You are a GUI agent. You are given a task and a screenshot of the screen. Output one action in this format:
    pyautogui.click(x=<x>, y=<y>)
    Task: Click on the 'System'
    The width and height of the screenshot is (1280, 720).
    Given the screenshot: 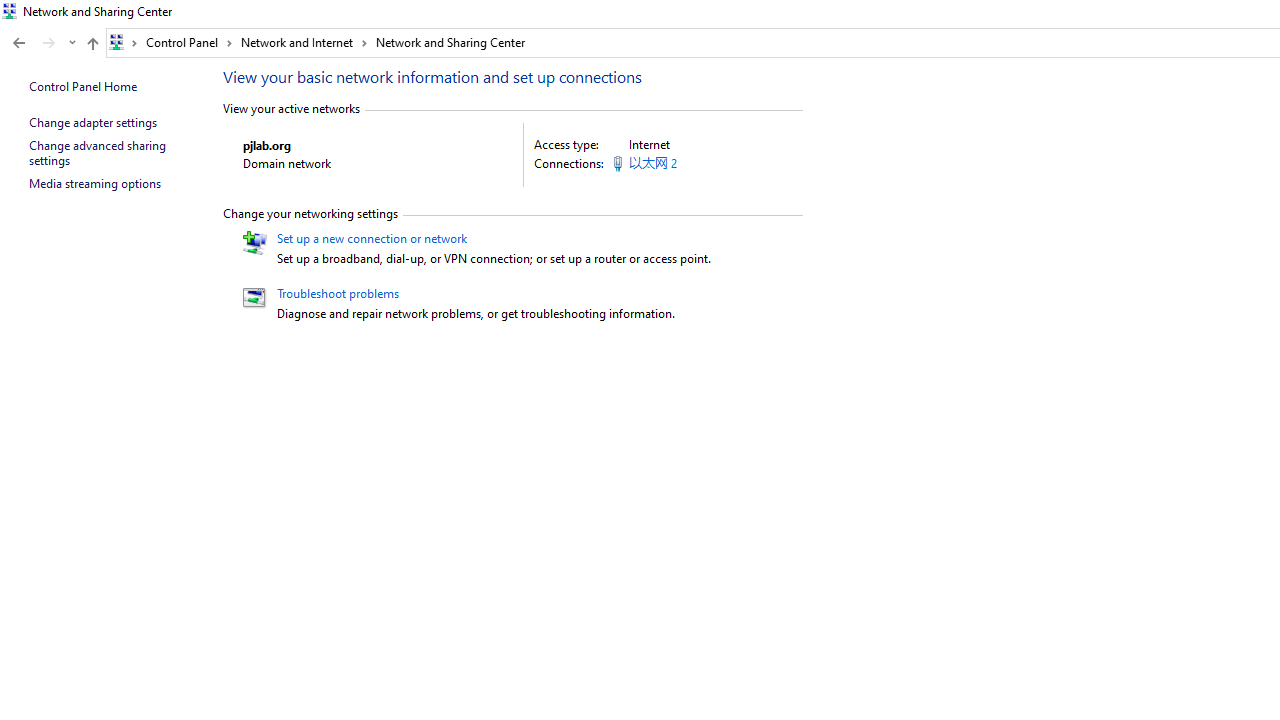 What is the action you would take?
    pyautogui.click(x=10, y=11)
    